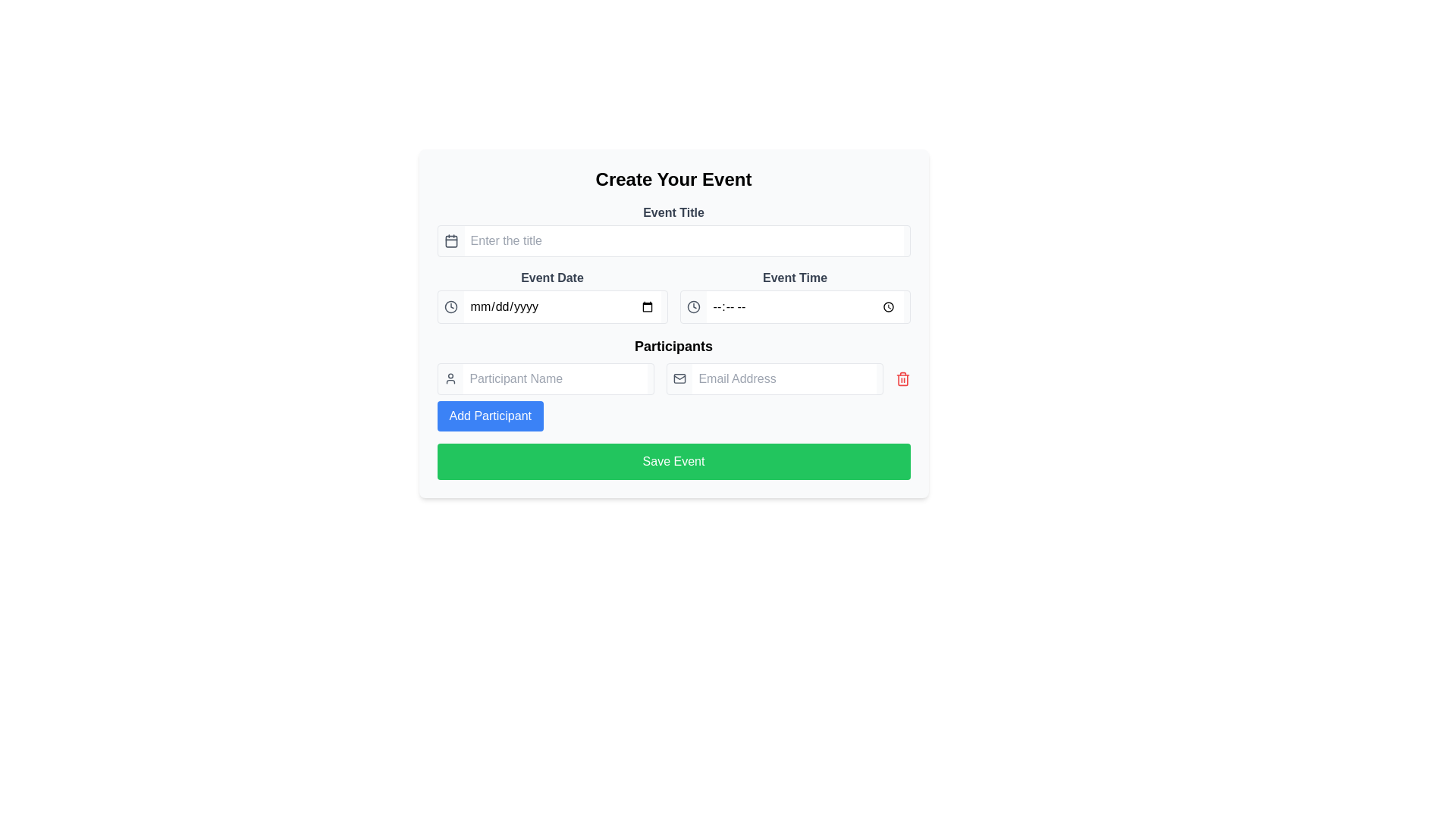  I want to click on the red trash bin icon button located to the far right of the row containing the 'Participant Name' and 'Email Address' input fields in the Participants section of the form, so click(902, 378).